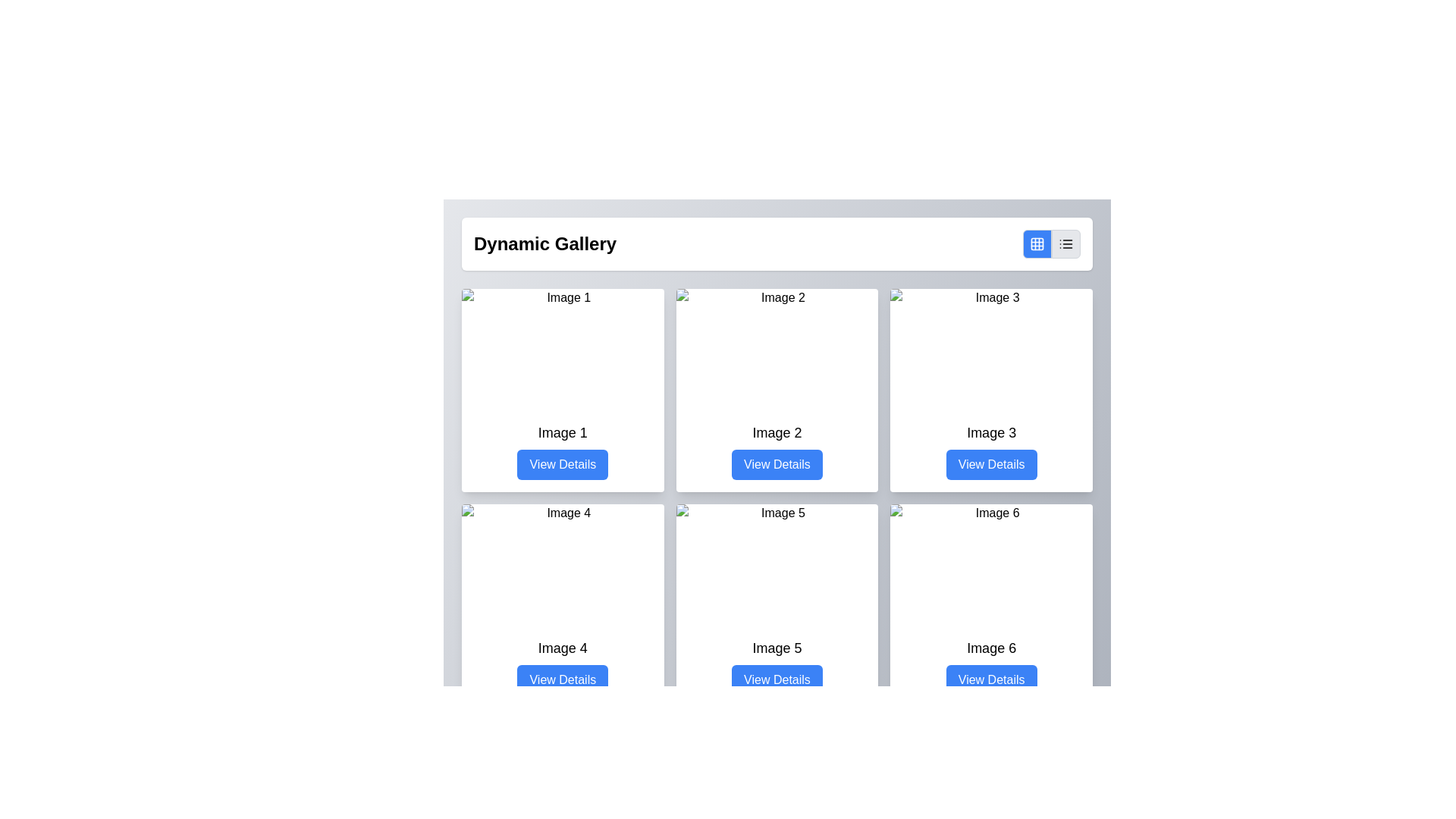  What do you see at coordinates (1037, 243) in the screenshot?
I see `the button with a 3x3 grid icon, which has a blue background and white elements, located in the top-right corner of the interface, adjacent to a toggle switch` at bounding box center [1037, 243].